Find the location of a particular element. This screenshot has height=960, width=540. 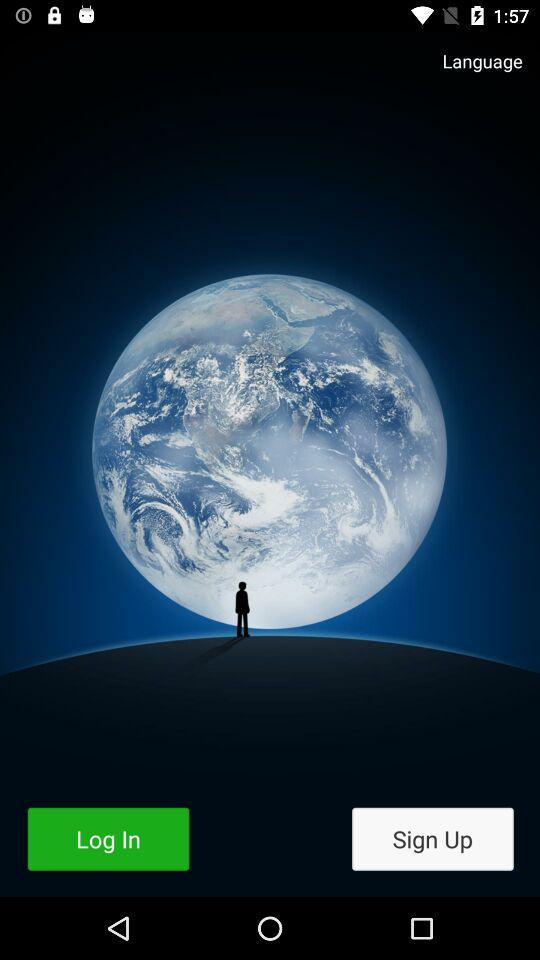

the sign up is located at coordinates (431, 839).